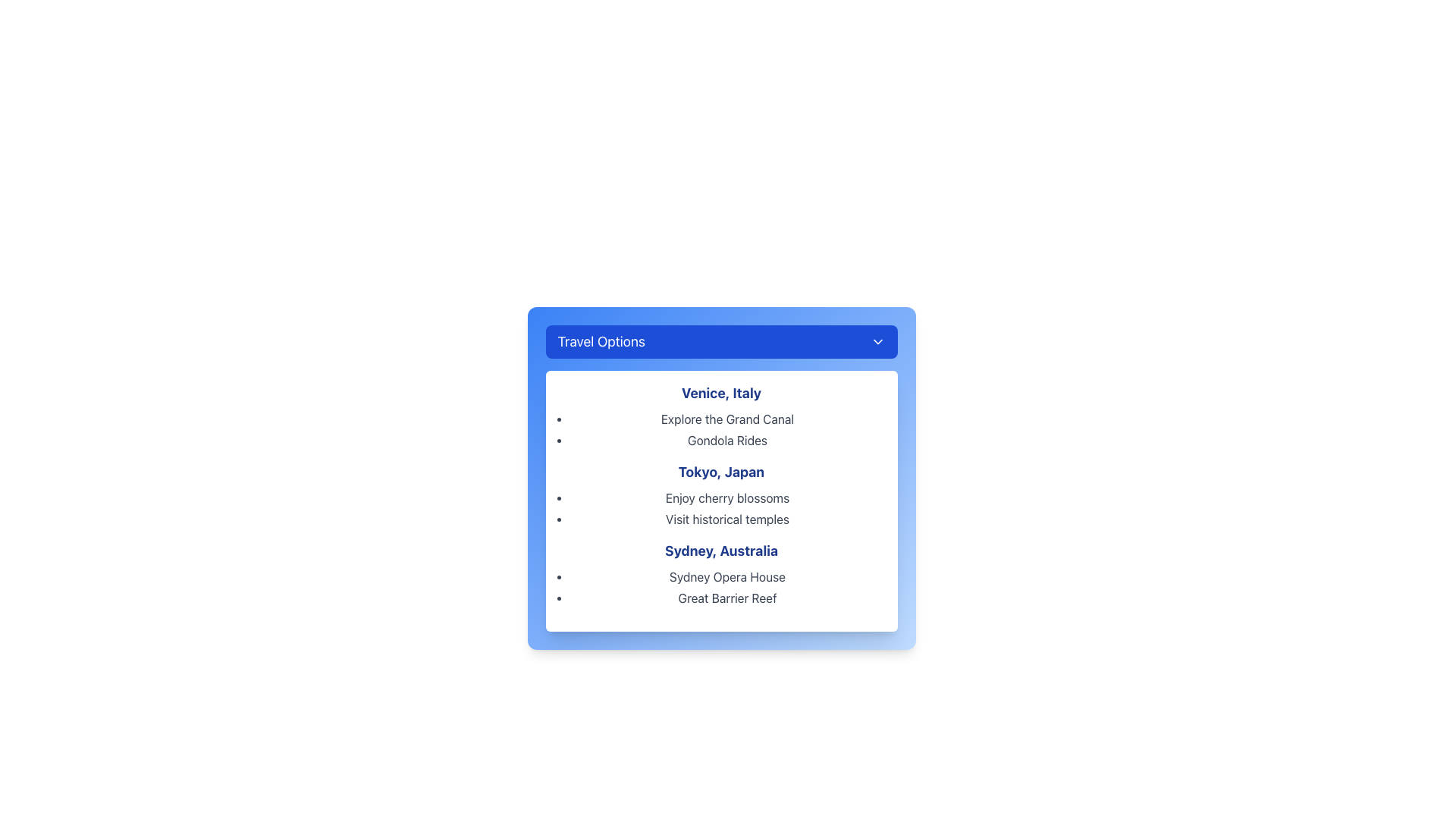 This screenshot has width=1456, height=819. What do you see at coordinates (726, 587) in the screenshot?
I see `the 'Sydney Opera House' and 'Great Barrier Reef' attraction names in the bulleted list located below the 'Sydney, Australia' heading` at bounding box center [726, 587].